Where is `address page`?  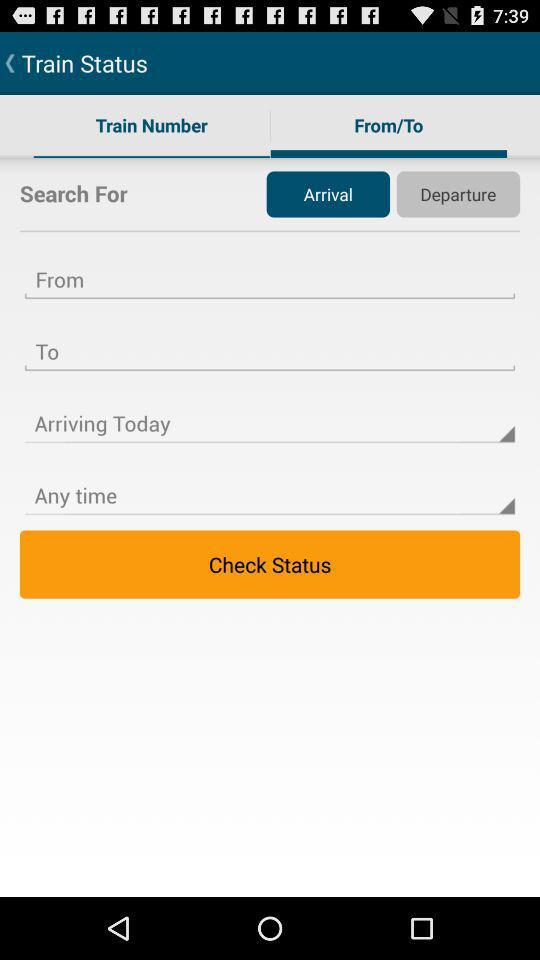
address page is located at coordinates (270, 339).